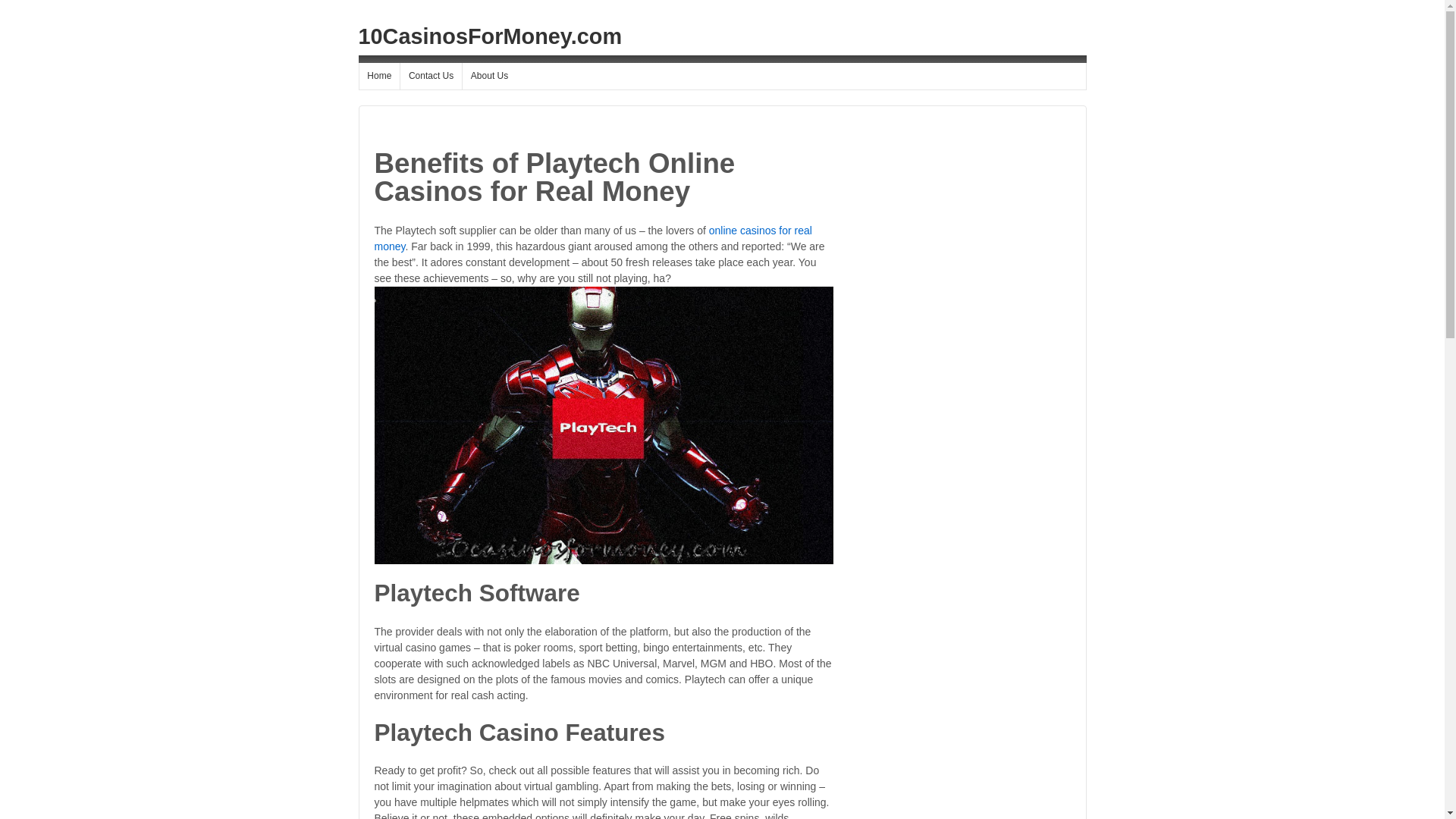  What do you see at coordinates (359, 76) in the screenshot?
I see `'Home'` at bounding box center [359, 76].